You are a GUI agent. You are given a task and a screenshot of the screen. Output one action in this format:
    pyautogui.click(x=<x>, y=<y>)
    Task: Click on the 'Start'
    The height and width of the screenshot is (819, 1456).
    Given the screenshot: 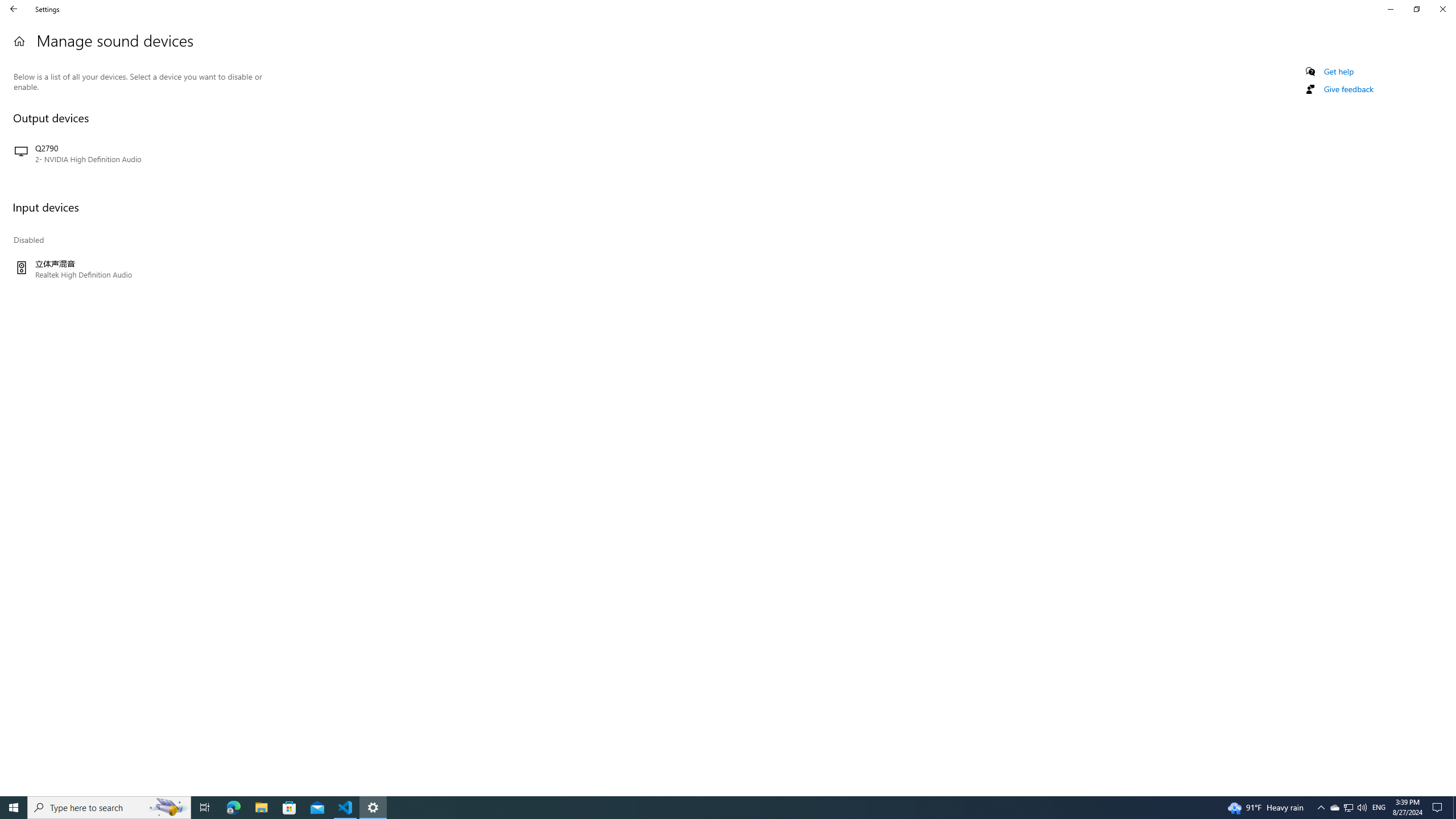 What is the action you would take?
    pyautogui.click(x=14, y=806)
    